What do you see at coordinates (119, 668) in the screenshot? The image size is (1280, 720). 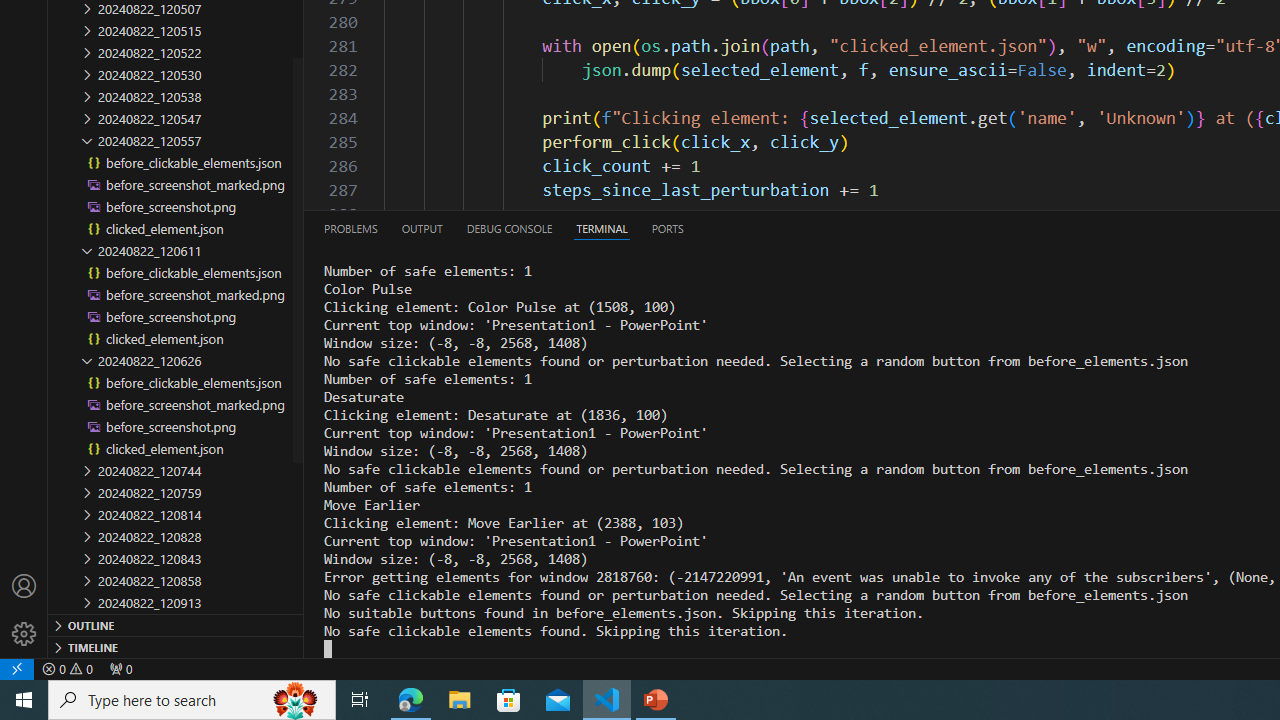 I see `'No Ports Forwarded'` at bounding box center [119, 668].